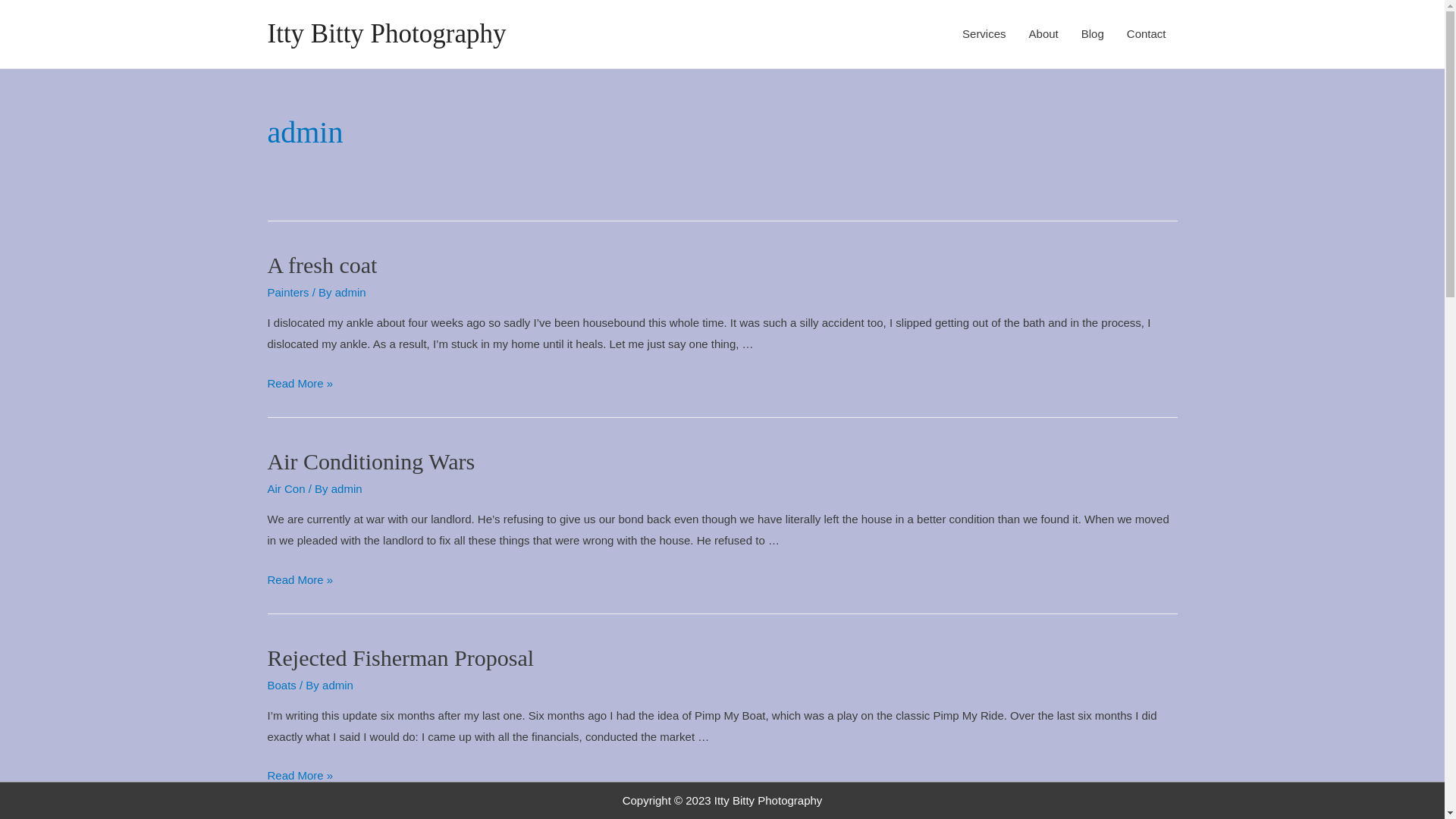 The image size is (1456, 819). What do you see at coordinates (286, 488) in the screenshot?
I see `'Air Con'` at bounding box center [286, 488].